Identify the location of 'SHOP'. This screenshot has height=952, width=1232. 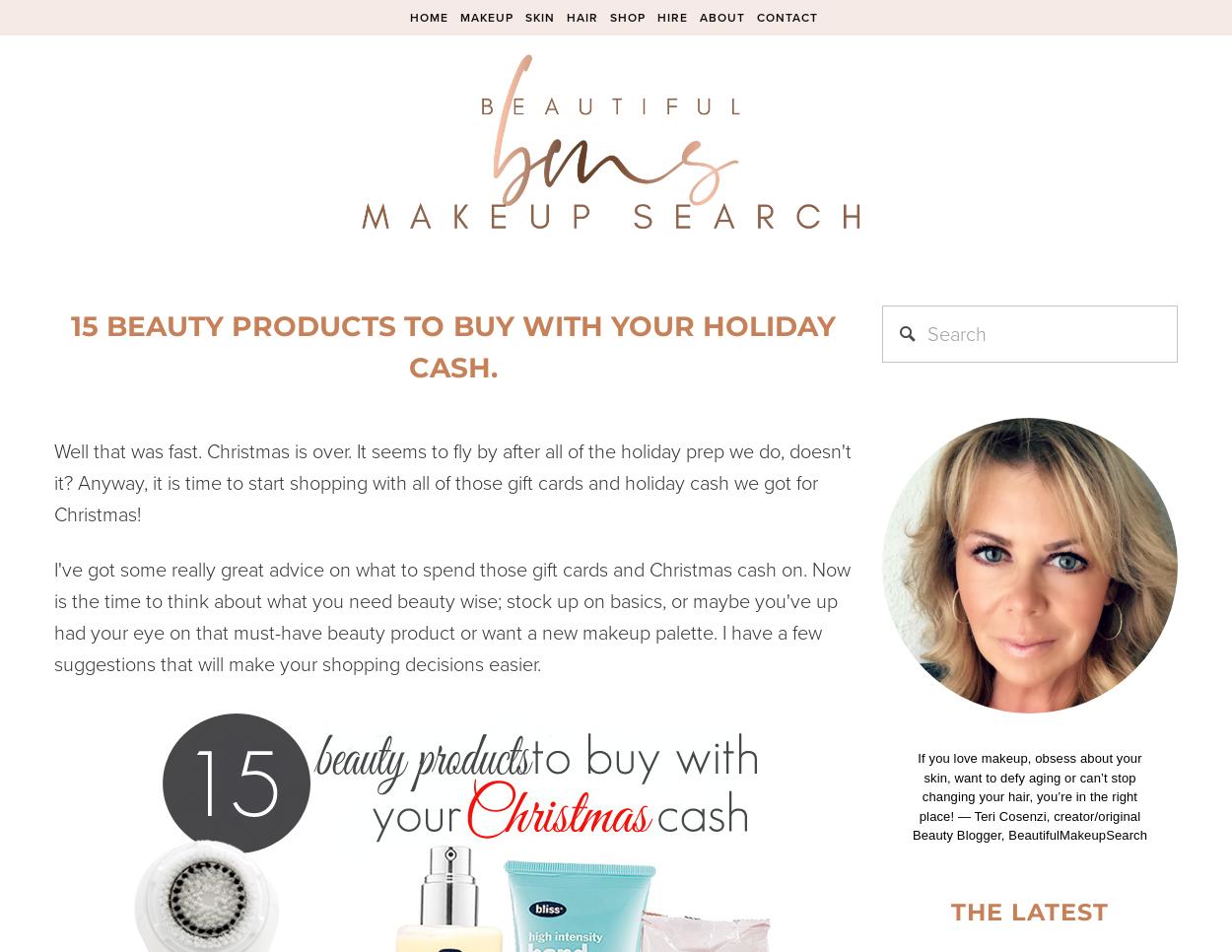
(627, 16).